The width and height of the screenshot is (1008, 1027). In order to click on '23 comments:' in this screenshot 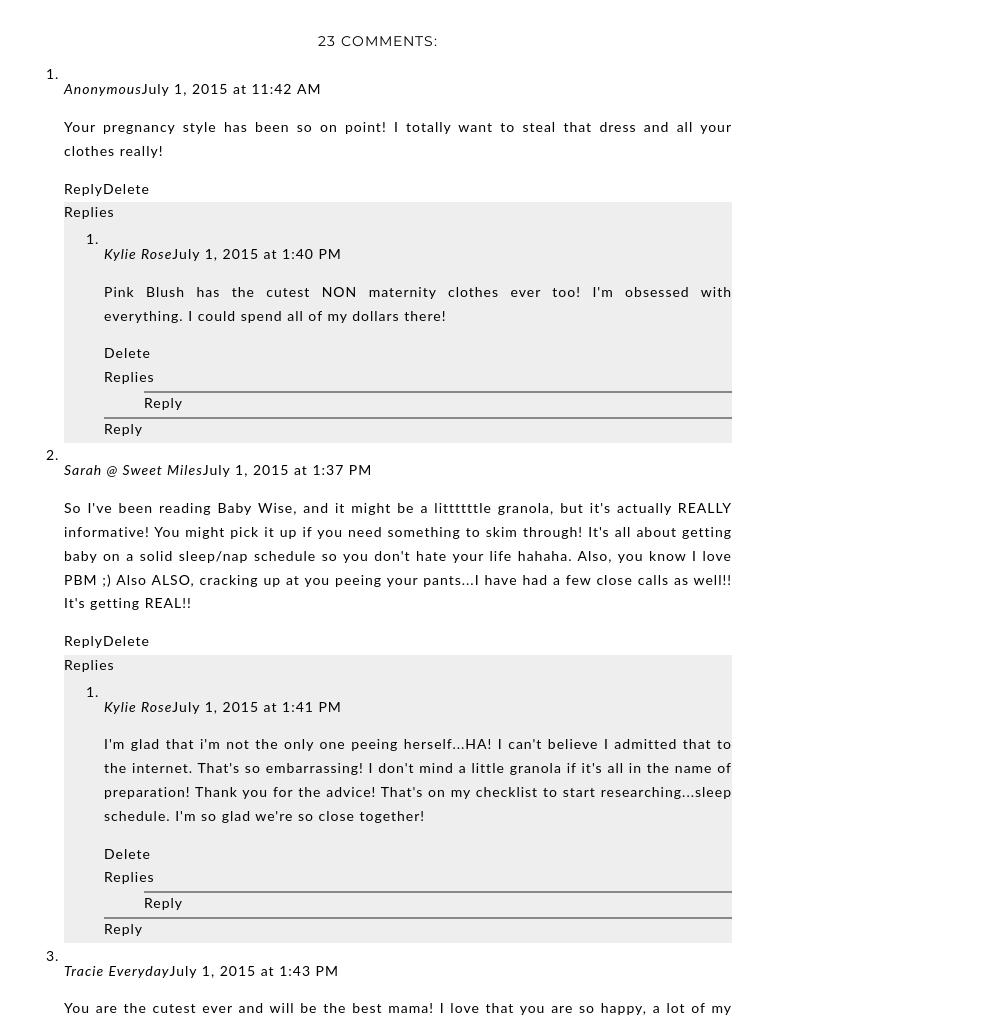, I will do `click(378, 40)`.